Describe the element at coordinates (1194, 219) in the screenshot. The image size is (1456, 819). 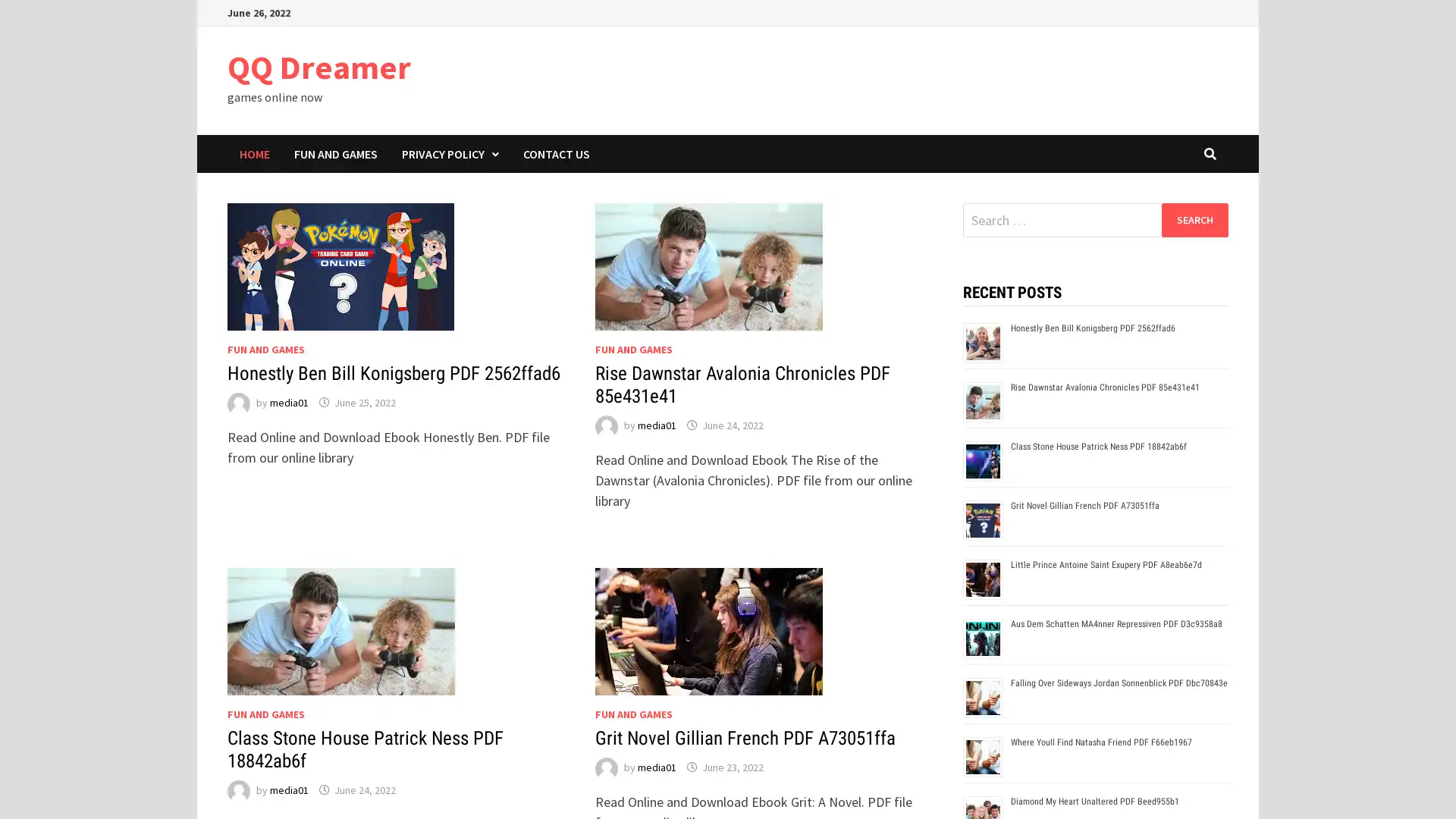
I see `Search` at that location.